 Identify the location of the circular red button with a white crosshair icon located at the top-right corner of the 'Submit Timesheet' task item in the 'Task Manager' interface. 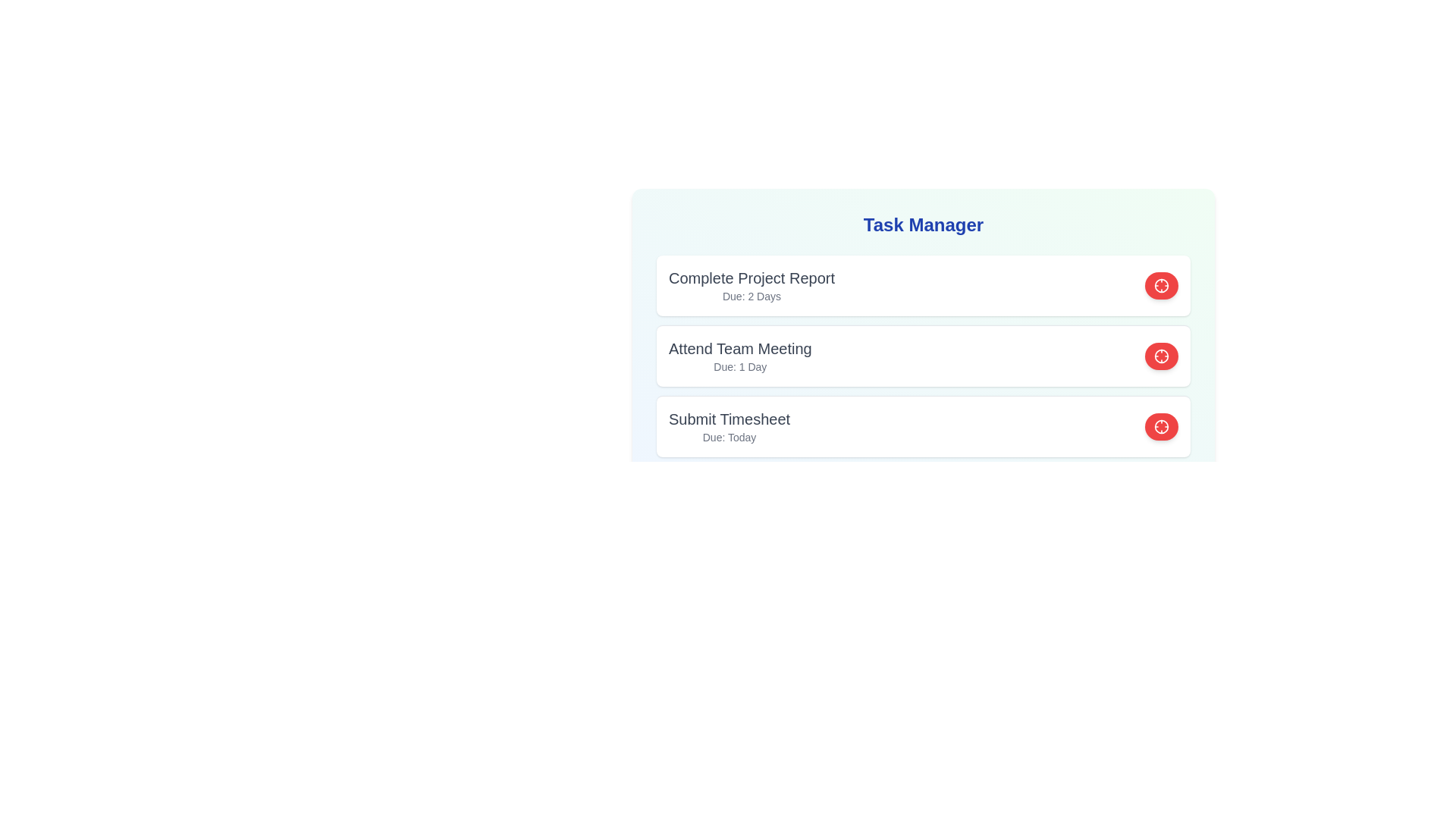
(1160, 427).